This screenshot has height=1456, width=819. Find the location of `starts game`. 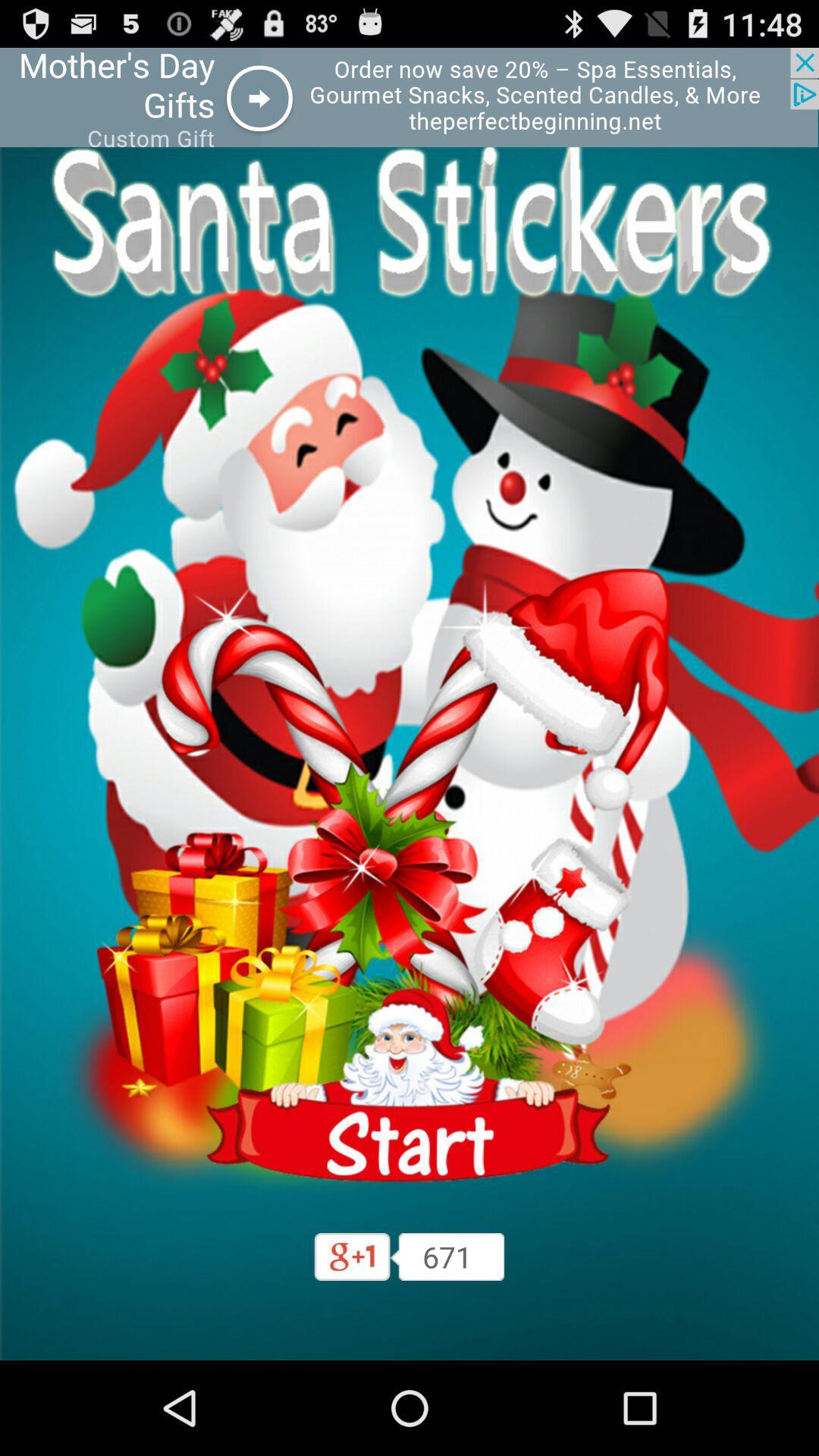

starts game is located at coordinates (409, 1084).